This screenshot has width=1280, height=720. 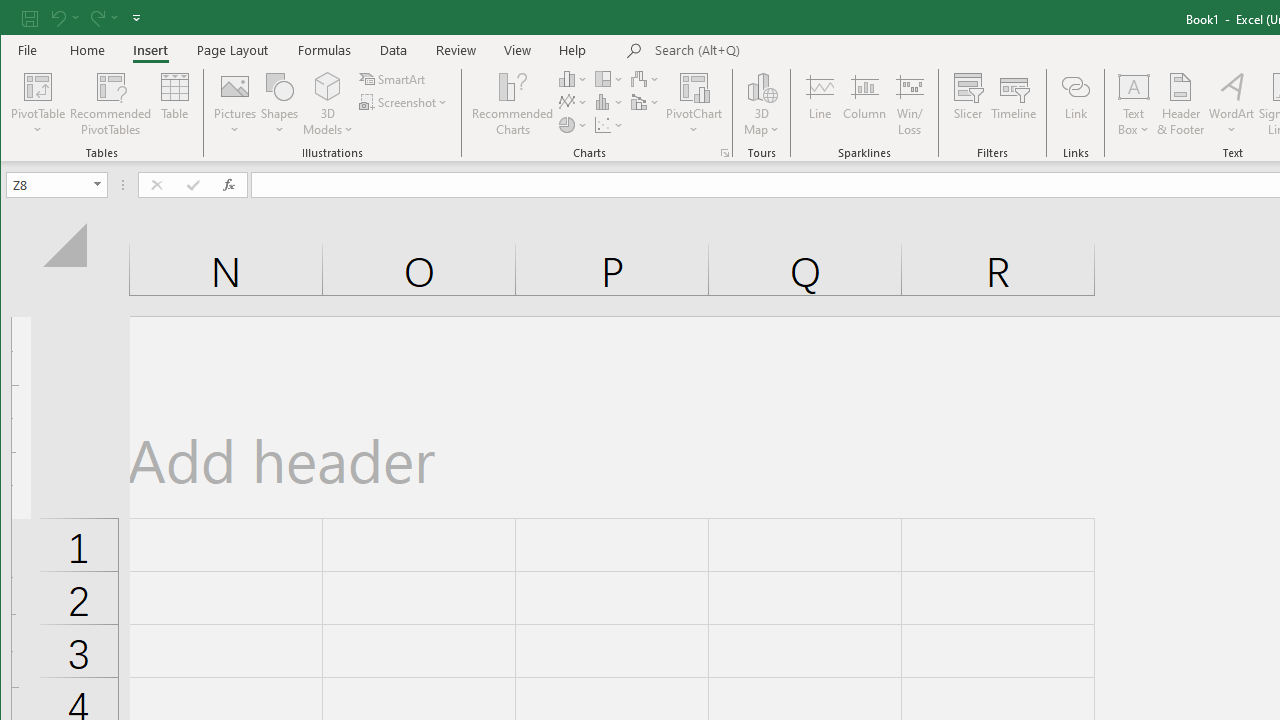 I want to click on 'Insert Statistic Chart', so click(x=608, y=102).